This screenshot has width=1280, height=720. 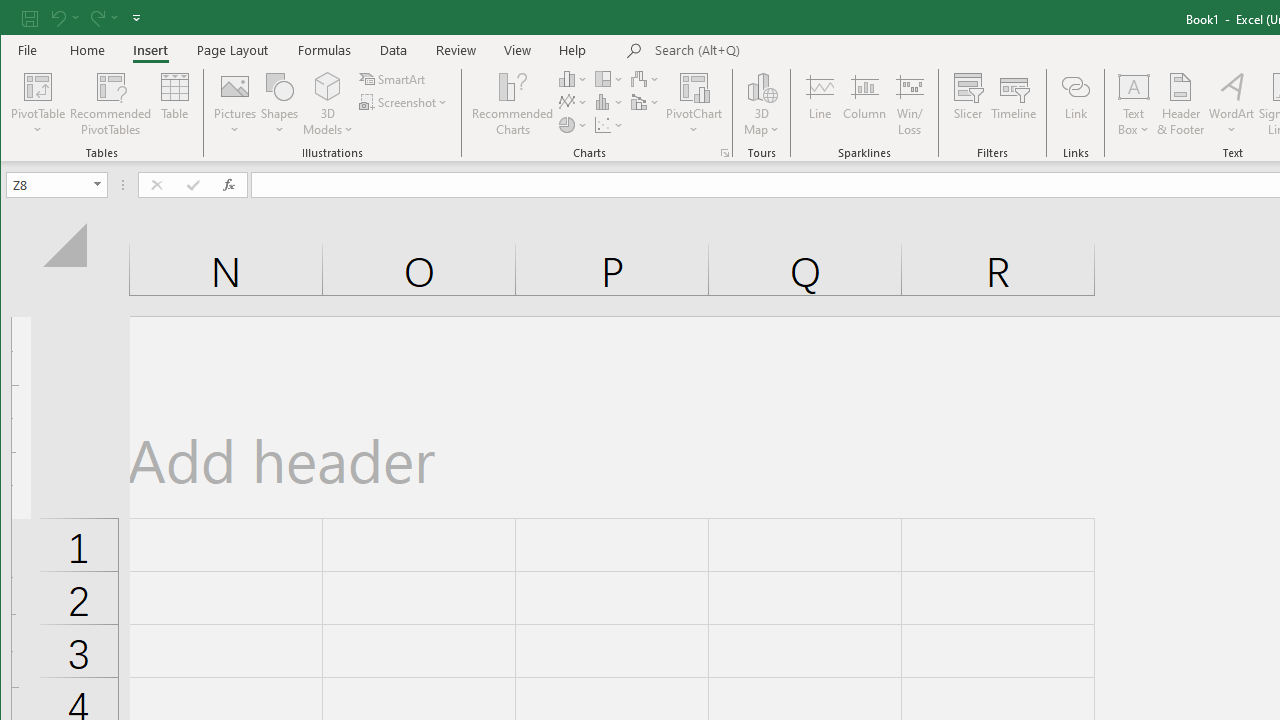 I want to click on 'Insert Statistic Chart', so click(x=608, y=102).